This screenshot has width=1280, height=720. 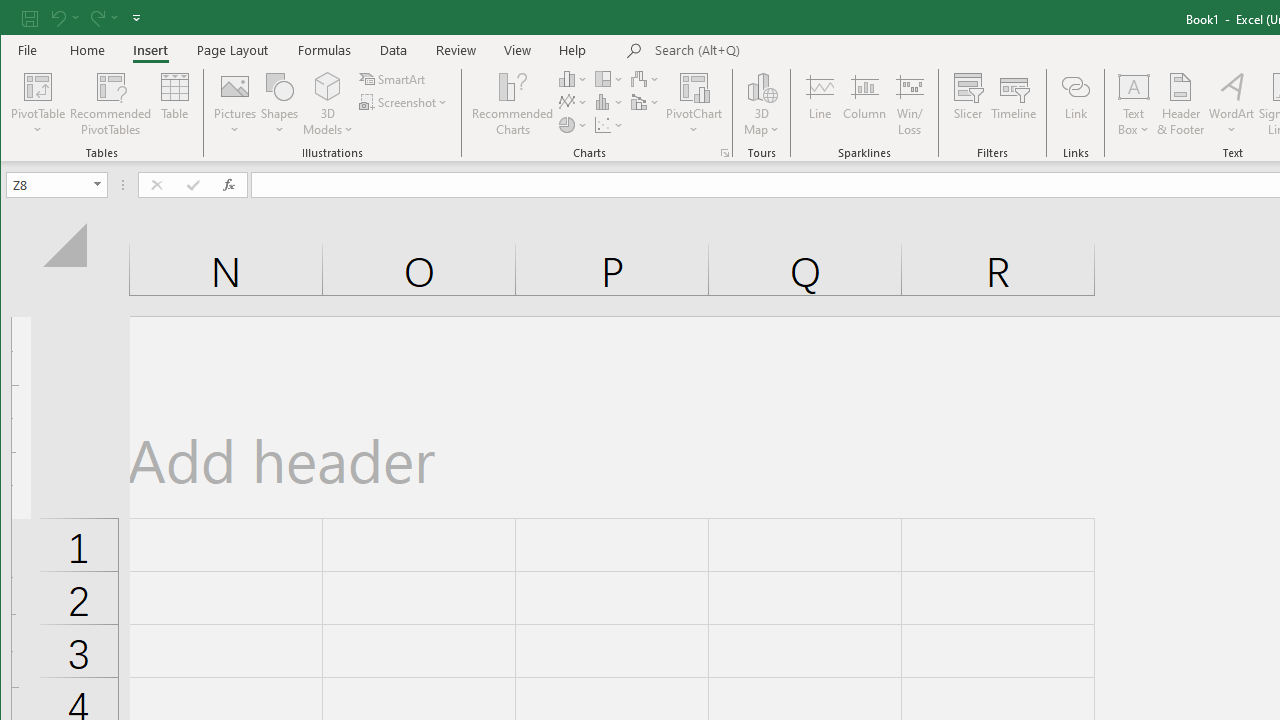 I want to click on 'Insert Statistic Chart', so click(x=608, y=102).